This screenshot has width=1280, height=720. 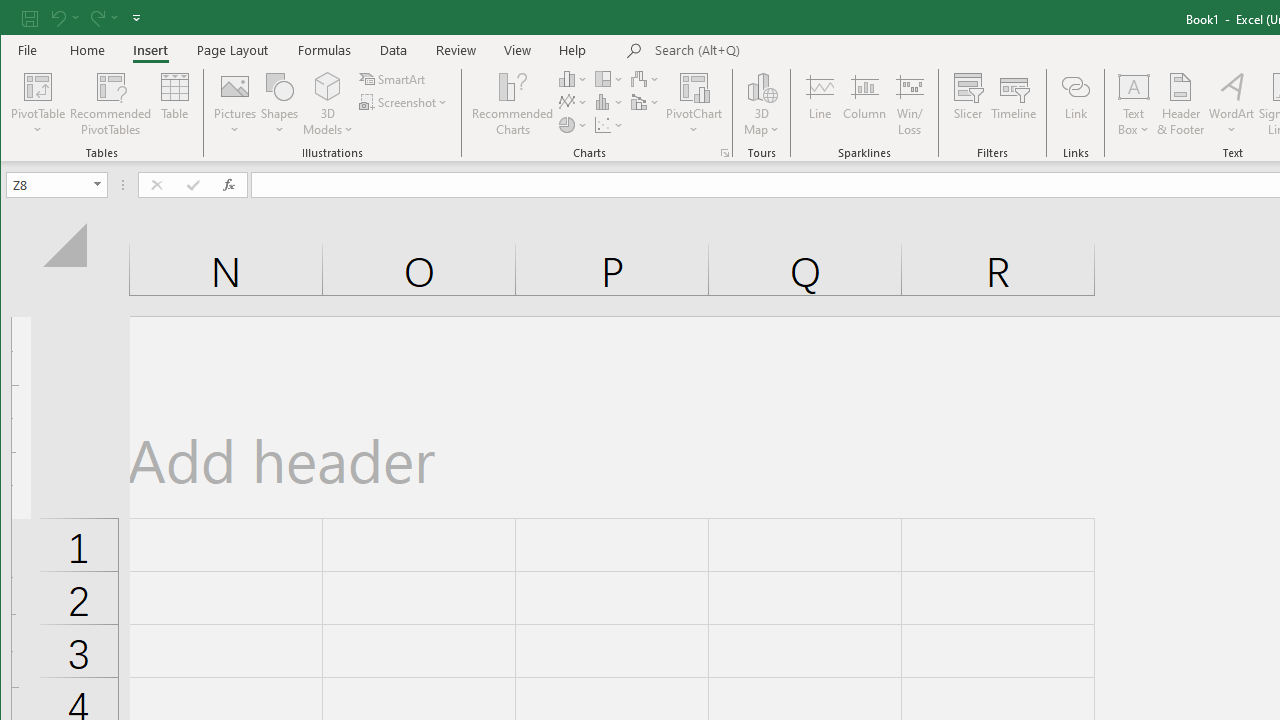 I want to click on 'Insert Statistic Chart', so click(x=608, y=102).